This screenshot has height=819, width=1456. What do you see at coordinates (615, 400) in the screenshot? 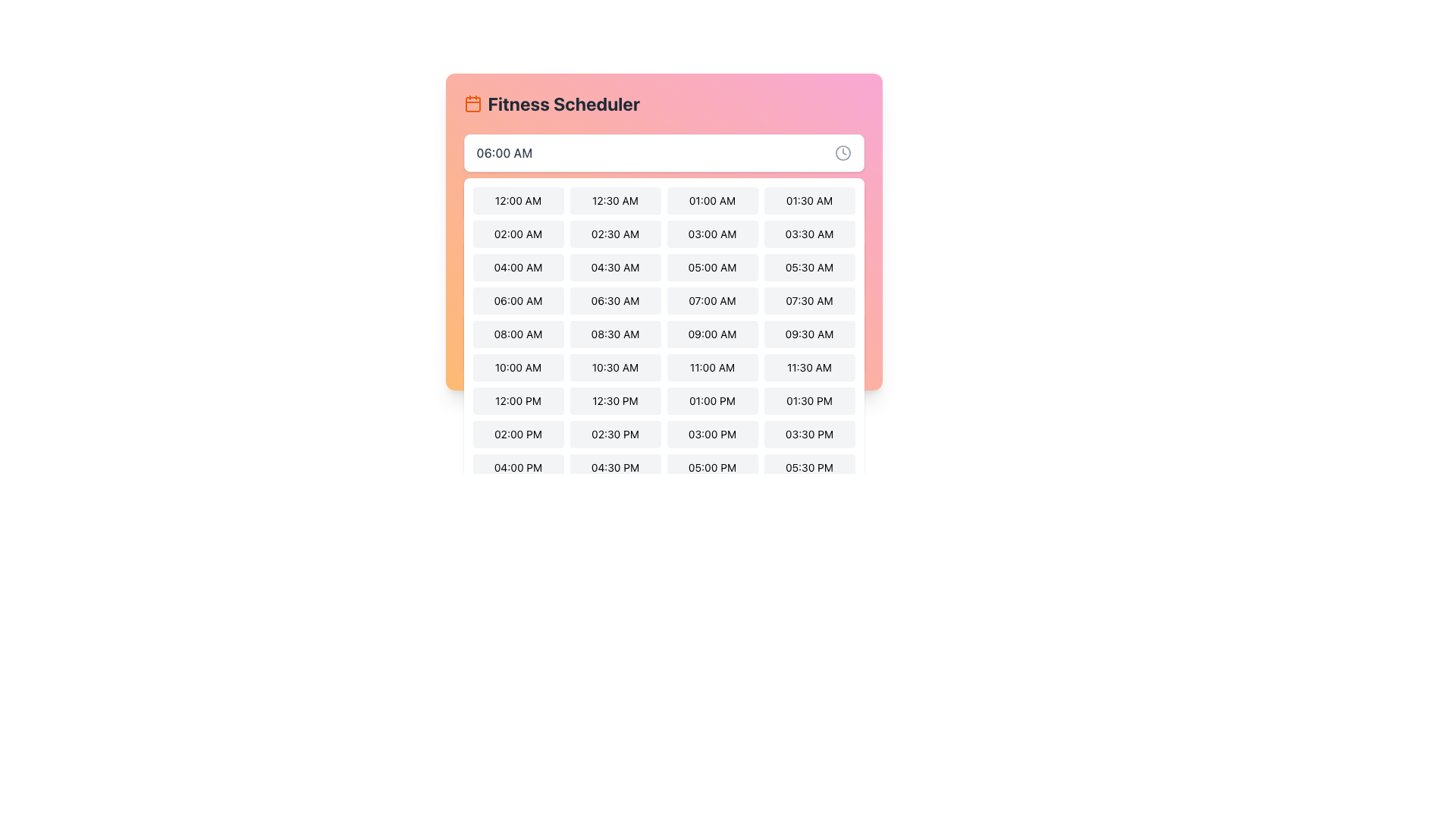
I see `the selectable time slot button for '12:30 PM' in the Fitness Scheduler grid` at bounding box center [615, 400].